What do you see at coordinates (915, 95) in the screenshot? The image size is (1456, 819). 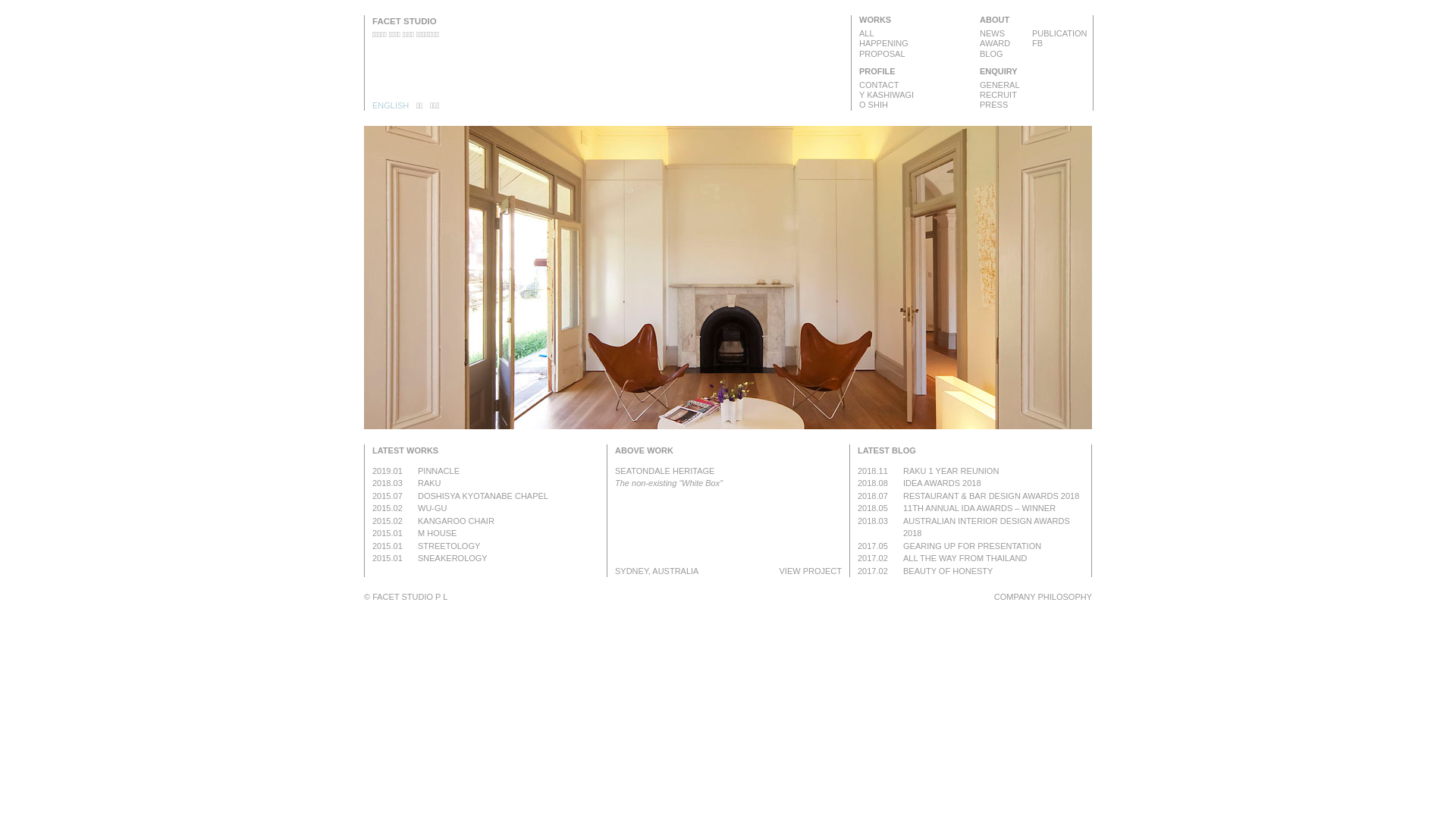 I see `'Y KASHIWAGI'` at bounding box center [915, 95].